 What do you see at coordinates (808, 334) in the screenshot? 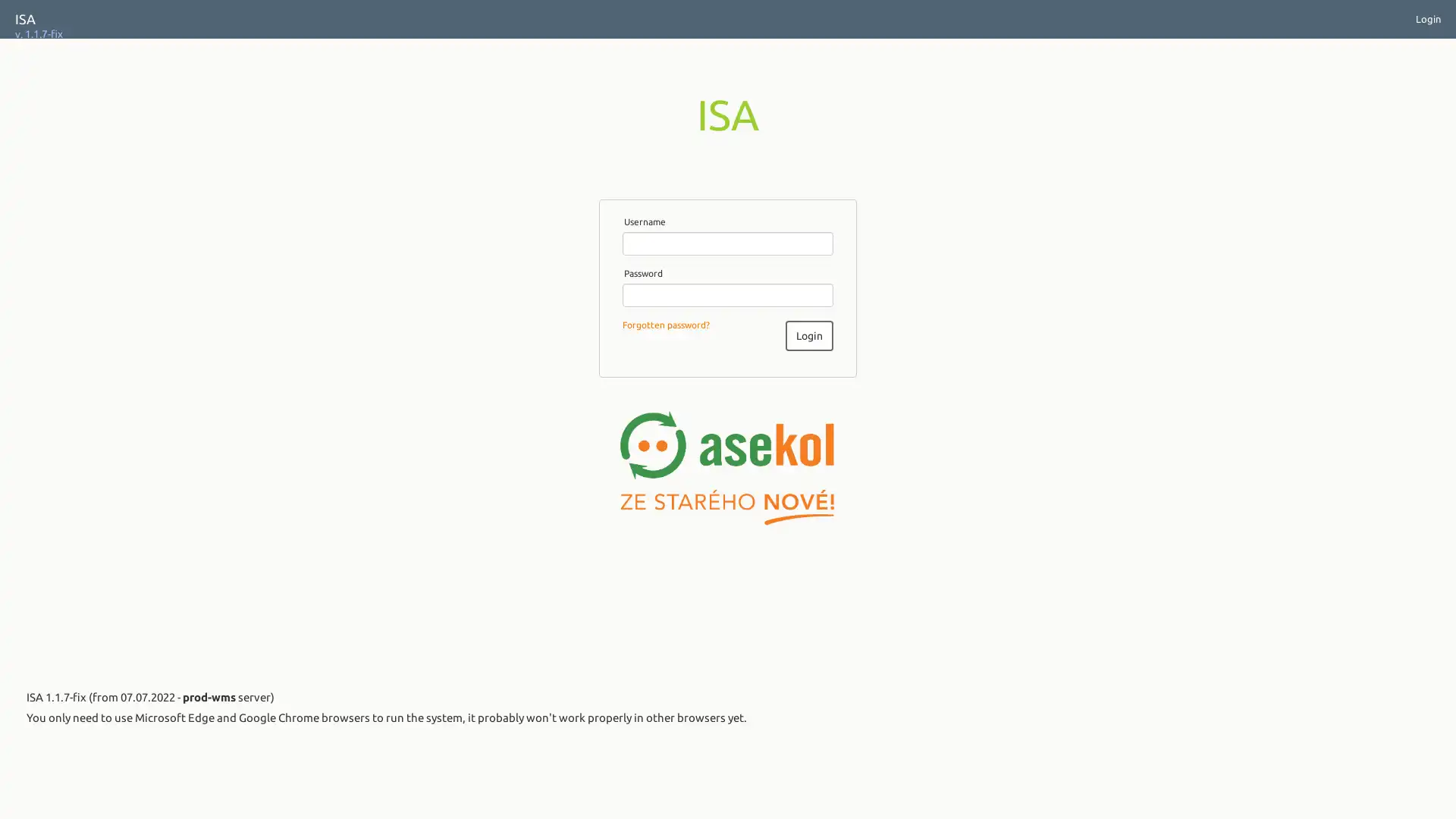
I see `Login` at bounding box center [808, 334].